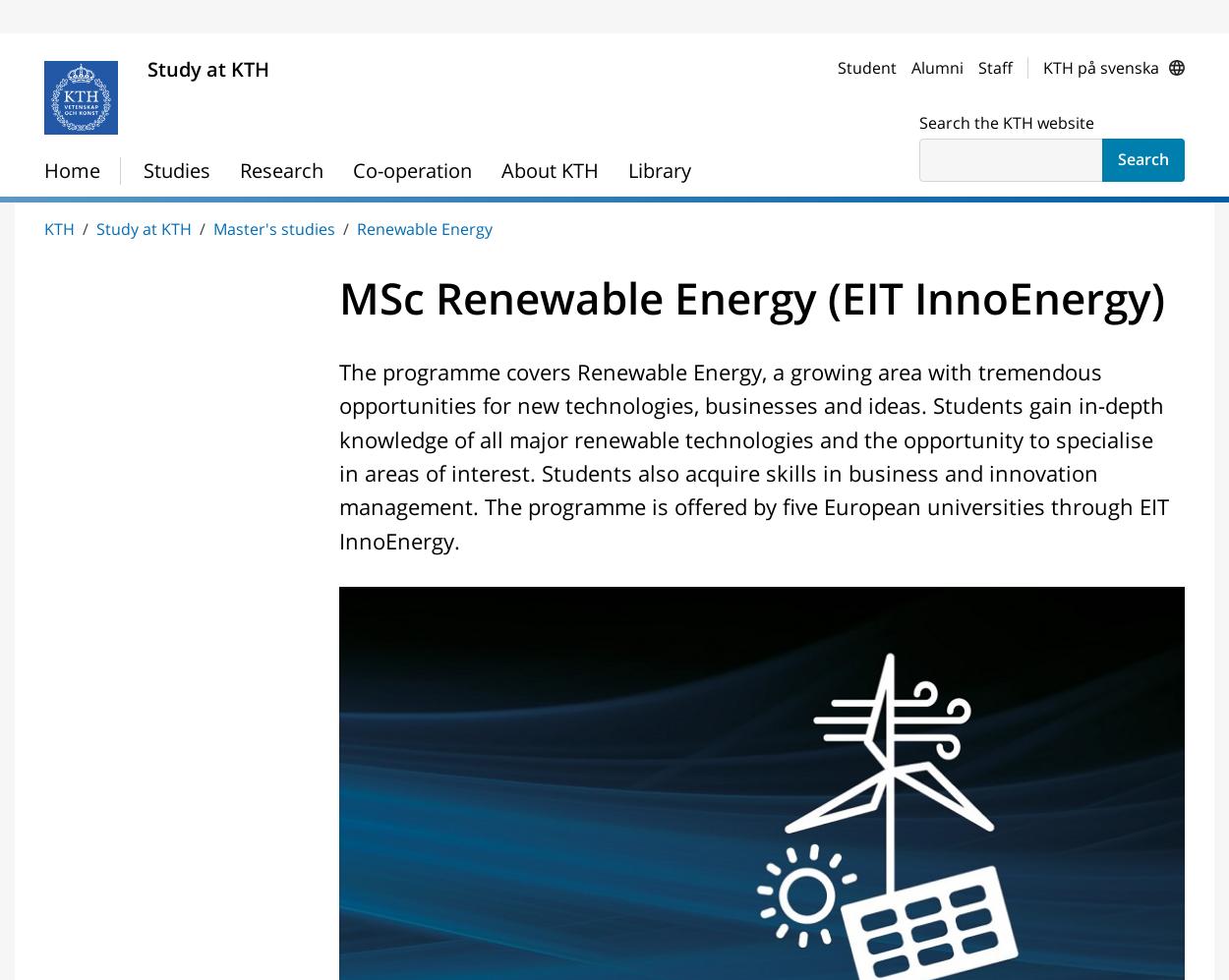 The height and width of the screenshot is (980, 1229). I want to click on 'Why KTH?', so click(44, 249).